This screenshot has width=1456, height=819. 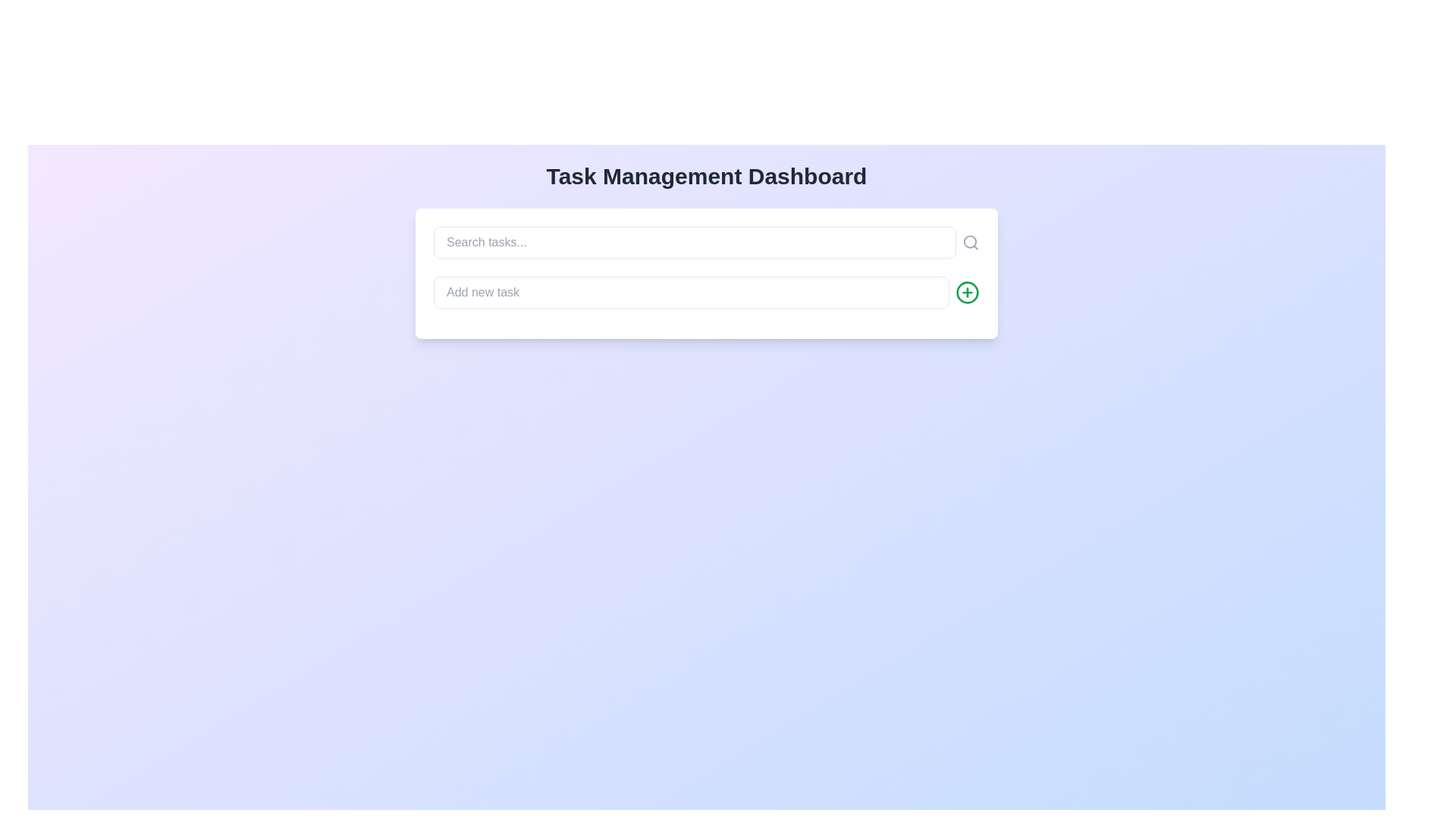 What do you see at coordinates (967, 292) in the screenshot?
I see `the button located on the right side of the input box with the placeholder 'Add new task'` at bounding box center [967, 292].